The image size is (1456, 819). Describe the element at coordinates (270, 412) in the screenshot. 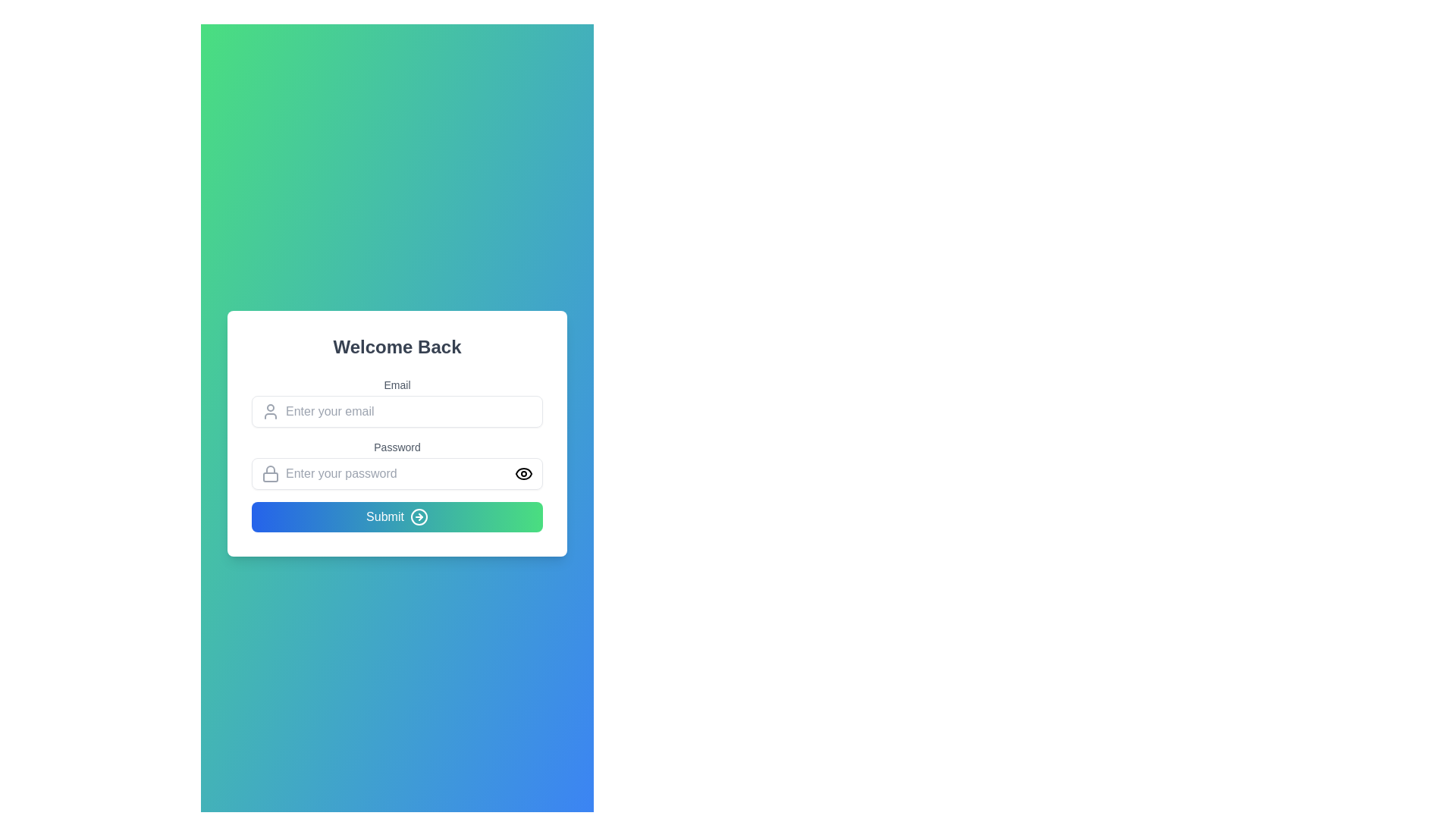

I see `the icon that signifies the purpose of the adjacent email input field, which is positioned to the left of the email input box and aligned vertically at its center` at that location.